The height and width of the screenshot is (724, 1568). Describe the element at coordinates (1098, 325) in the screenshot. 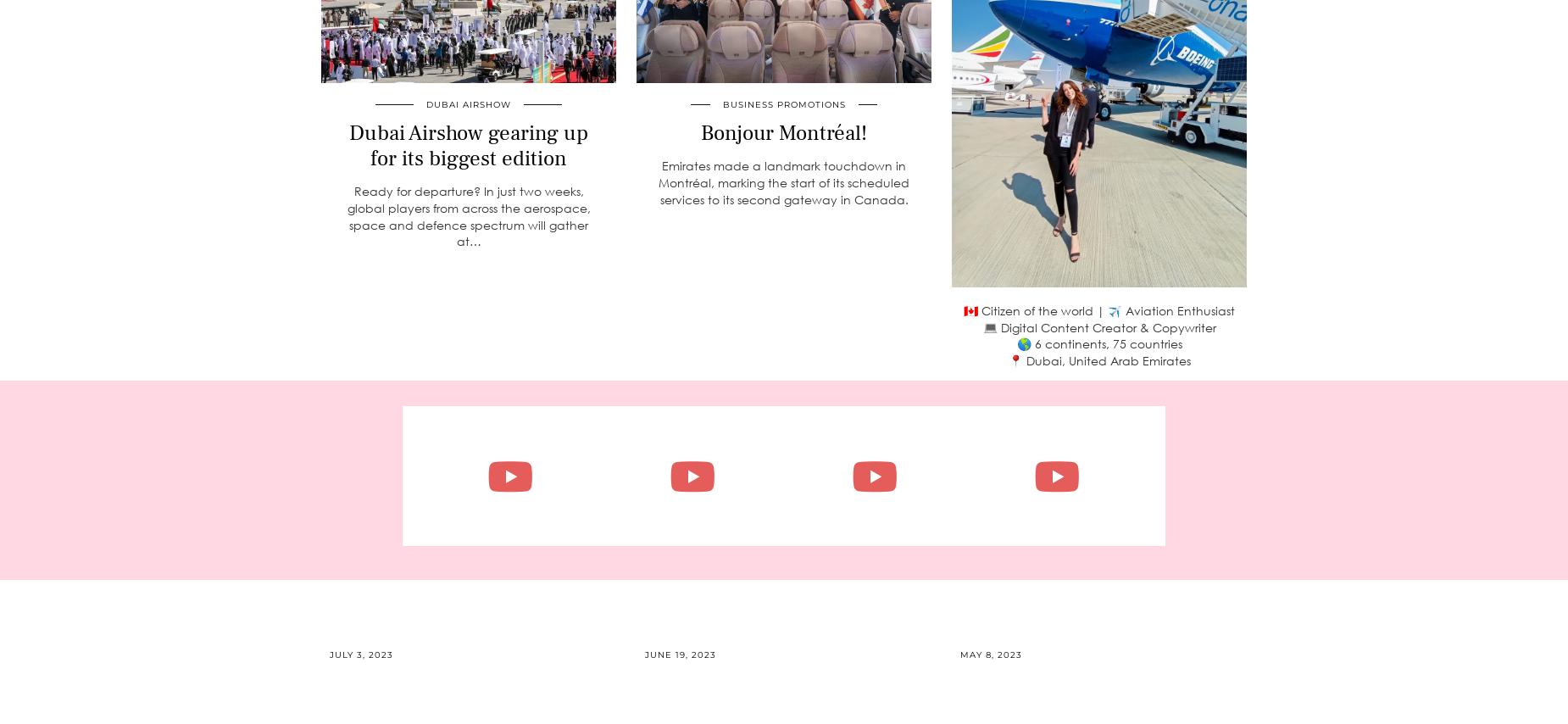

I see `'💻  Digital Content Creator & Copywriter'` at that location.